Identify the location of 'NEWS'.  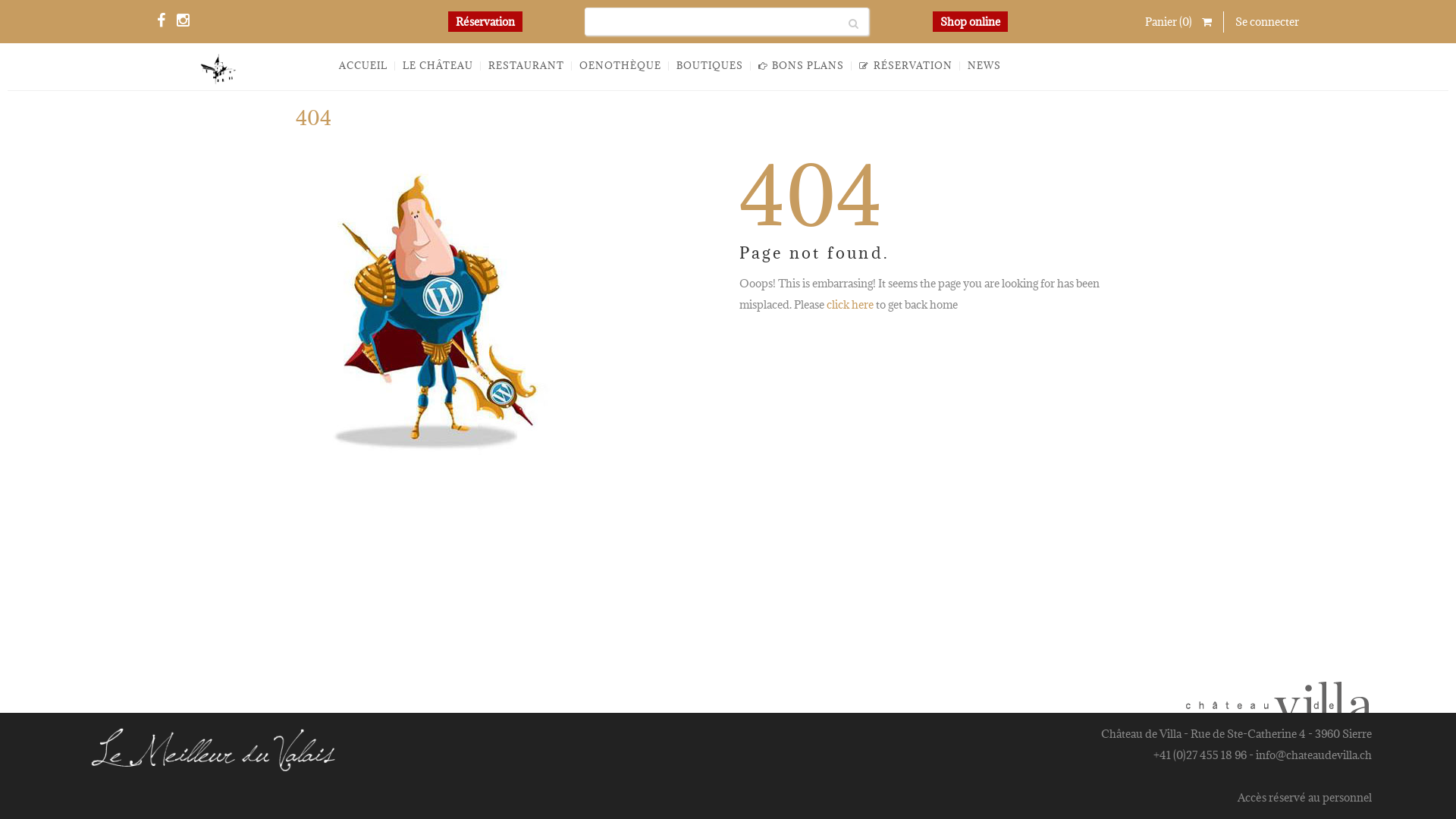
(984, 65).